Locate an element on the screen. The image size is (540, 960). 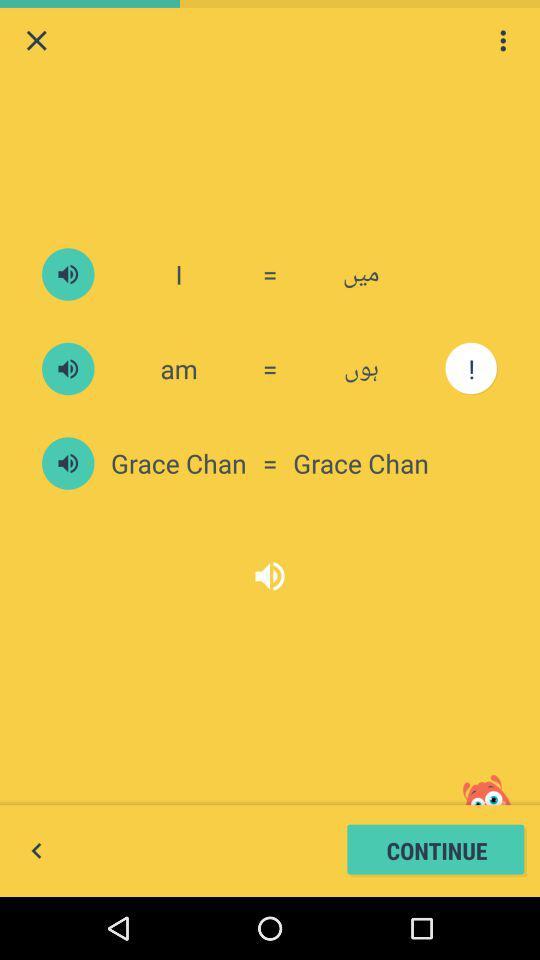
the volume icon is located at coordinates (67, 495).